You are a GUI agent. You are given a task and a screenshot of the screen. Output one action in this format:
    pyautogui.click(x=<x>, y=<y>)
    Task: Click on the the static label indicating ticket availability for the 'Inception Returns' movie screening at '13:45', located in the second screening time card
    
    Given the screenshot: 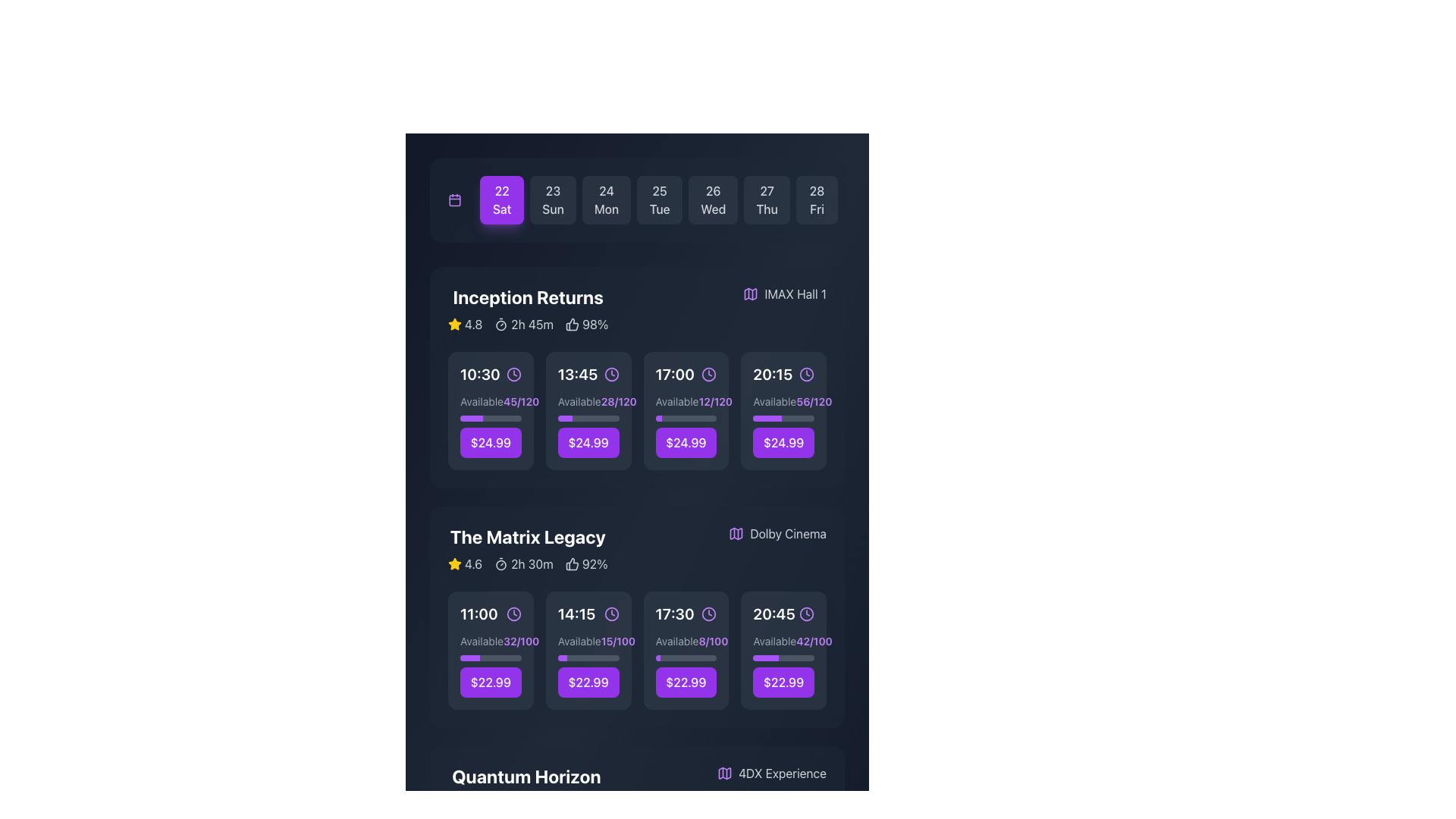 What is the action you would take?
    pyautogui.click(x=579, y=400)
    